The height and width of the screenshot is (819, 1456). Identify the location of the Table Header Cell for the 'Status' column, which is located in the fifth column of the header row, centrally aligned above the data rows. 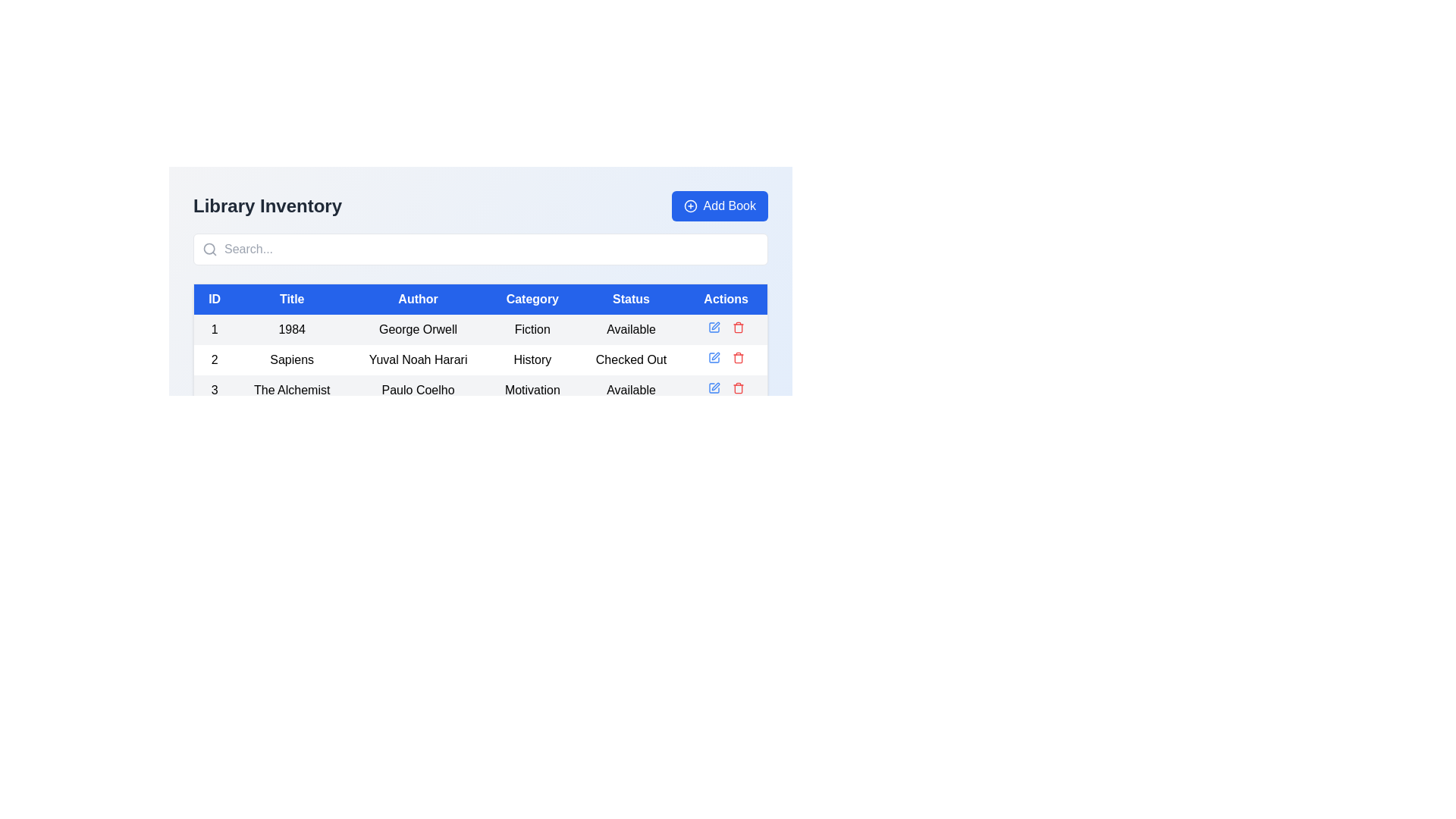
(631, 299).